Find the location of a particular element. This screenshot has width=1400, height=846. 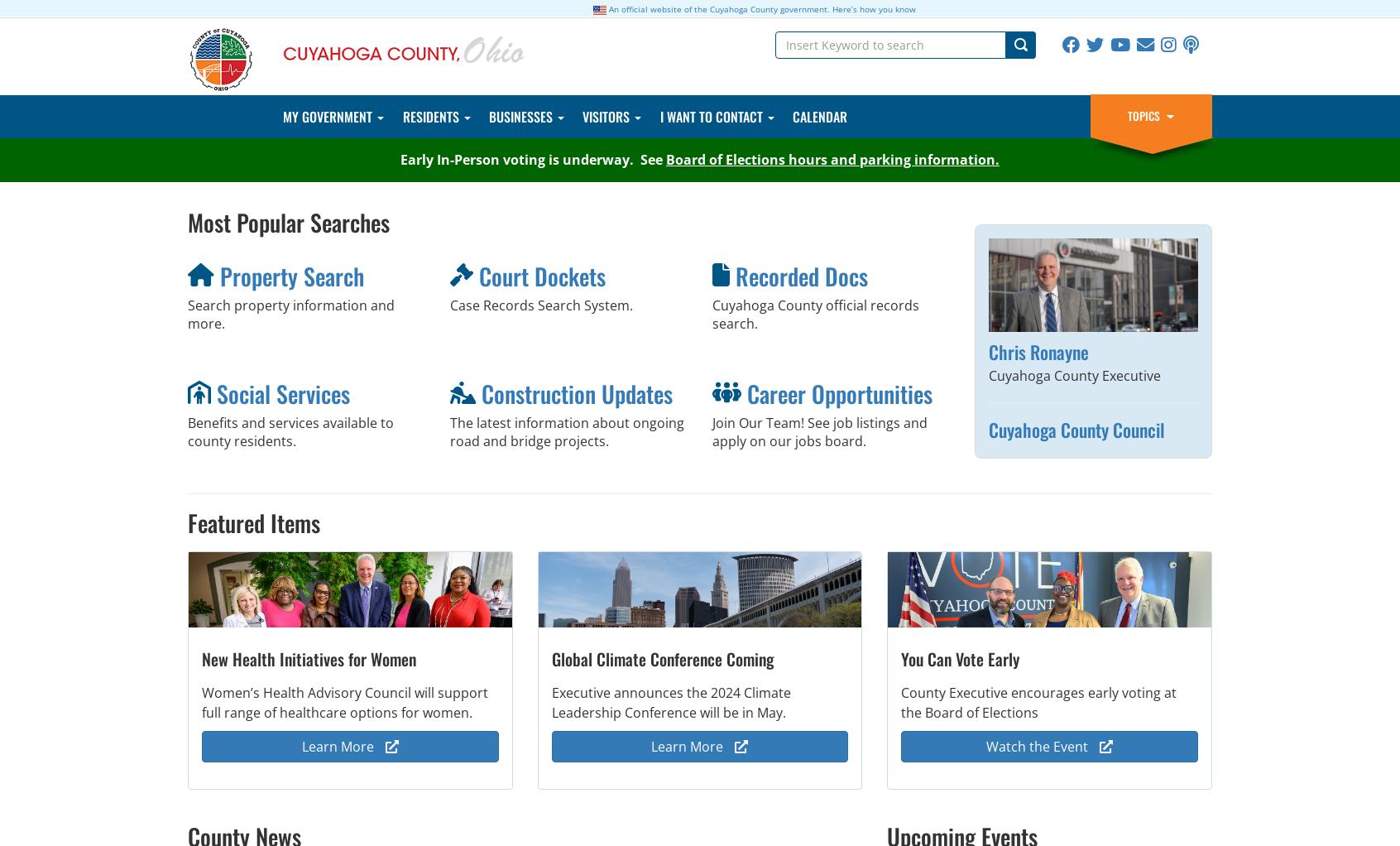

'Early In-Person voting is underway.  See' is located at coordinates (400, 159).